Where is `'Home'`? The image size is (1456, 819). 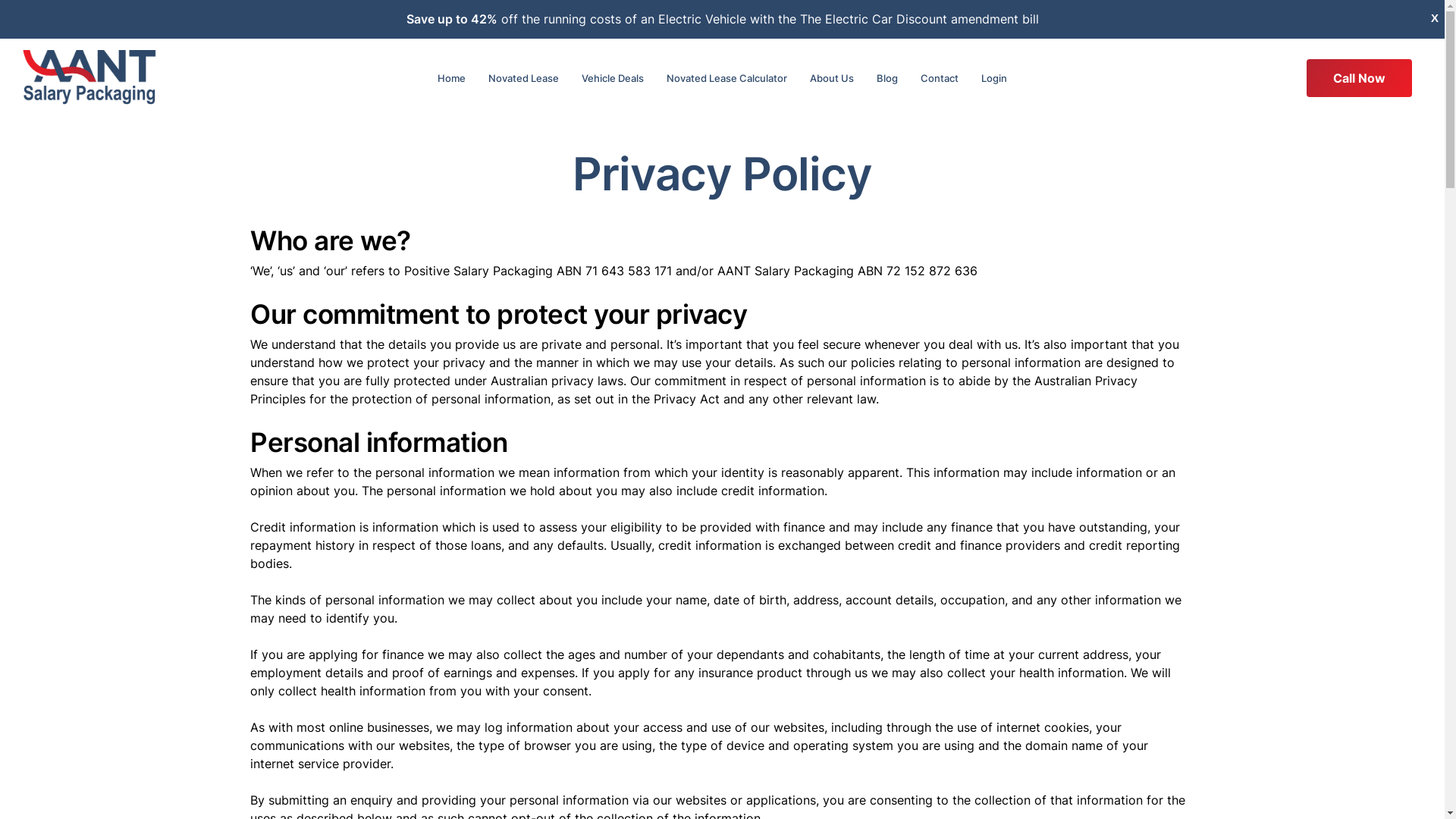 'Home' is located at coordinates (450, 78).